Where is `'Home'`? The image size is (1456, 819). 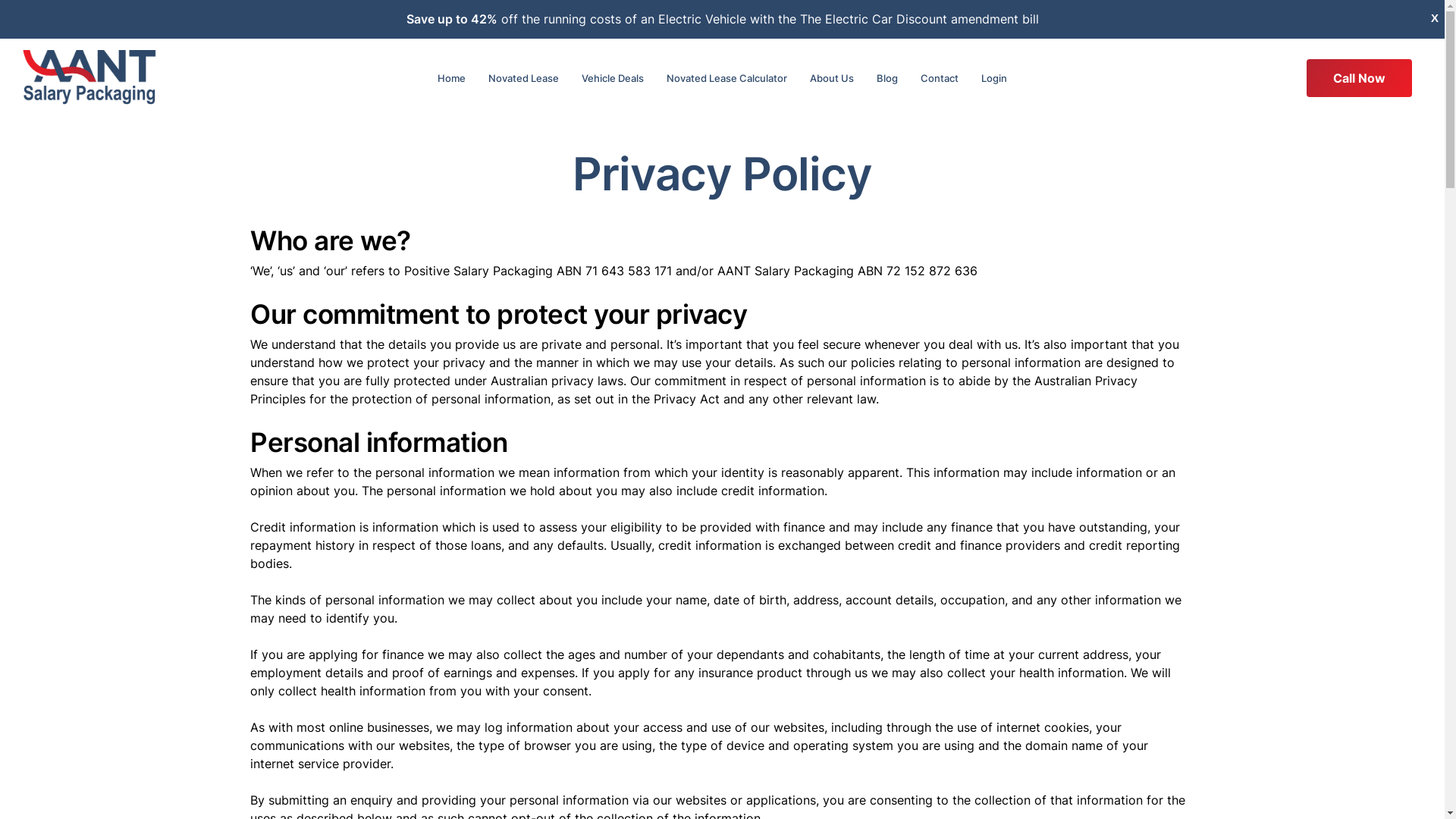 'Home' is located at coordinates (450, 78).